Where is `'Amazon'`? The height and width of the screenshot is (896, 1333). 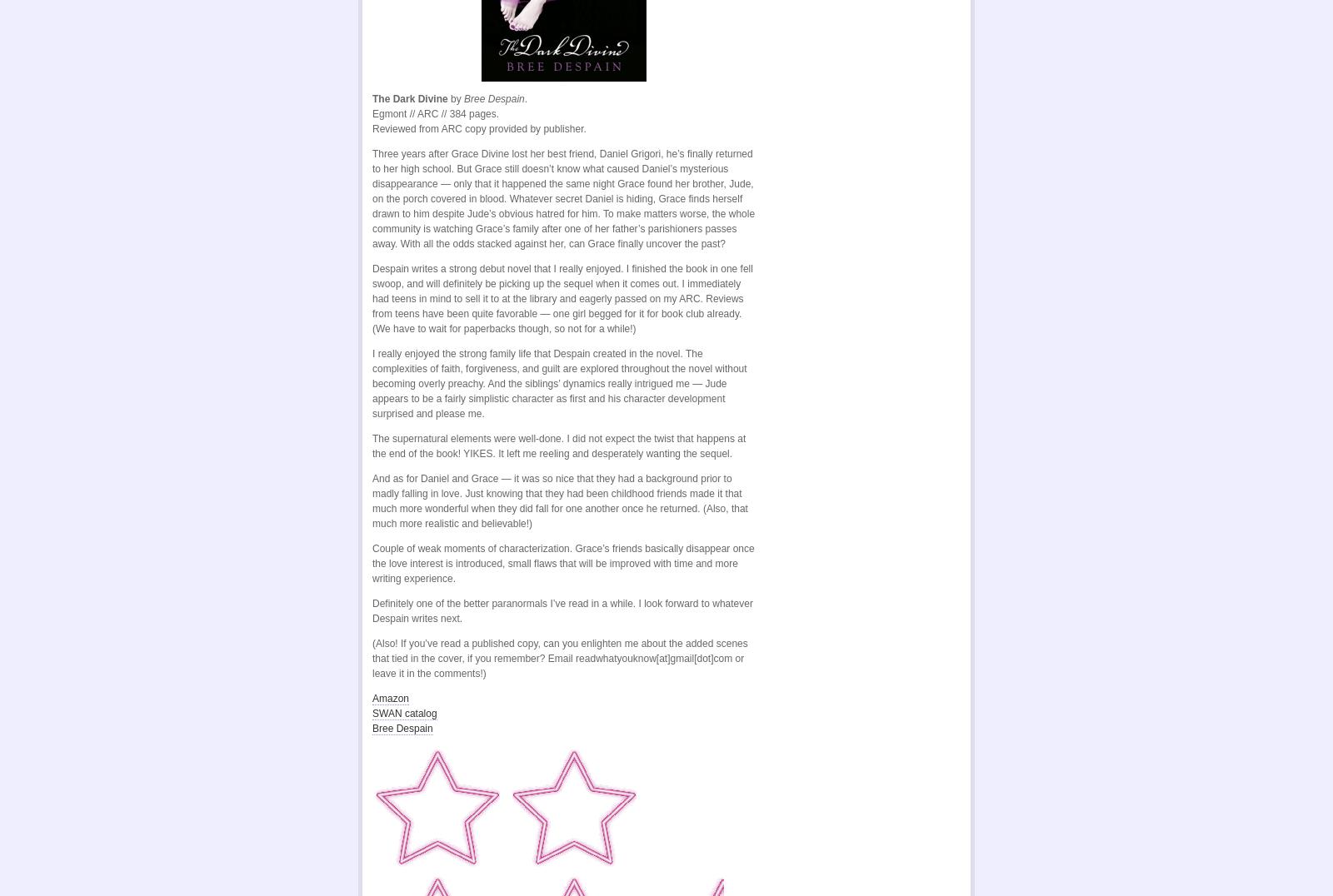 'Amazon' is located at coordinates (389, 697).